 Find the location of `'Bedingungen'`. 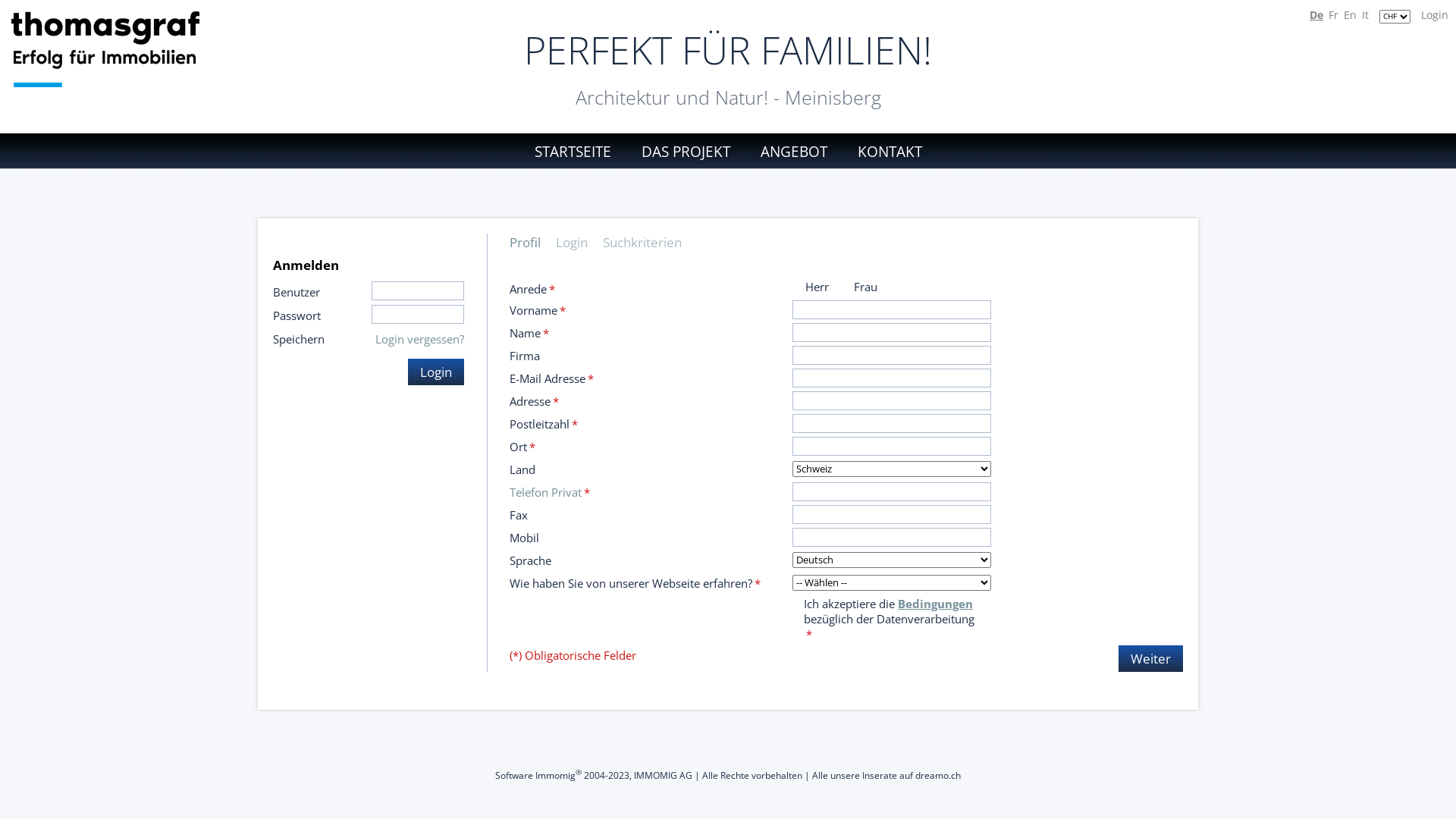

'Bedingungen' is located at coordinates (934, 602).